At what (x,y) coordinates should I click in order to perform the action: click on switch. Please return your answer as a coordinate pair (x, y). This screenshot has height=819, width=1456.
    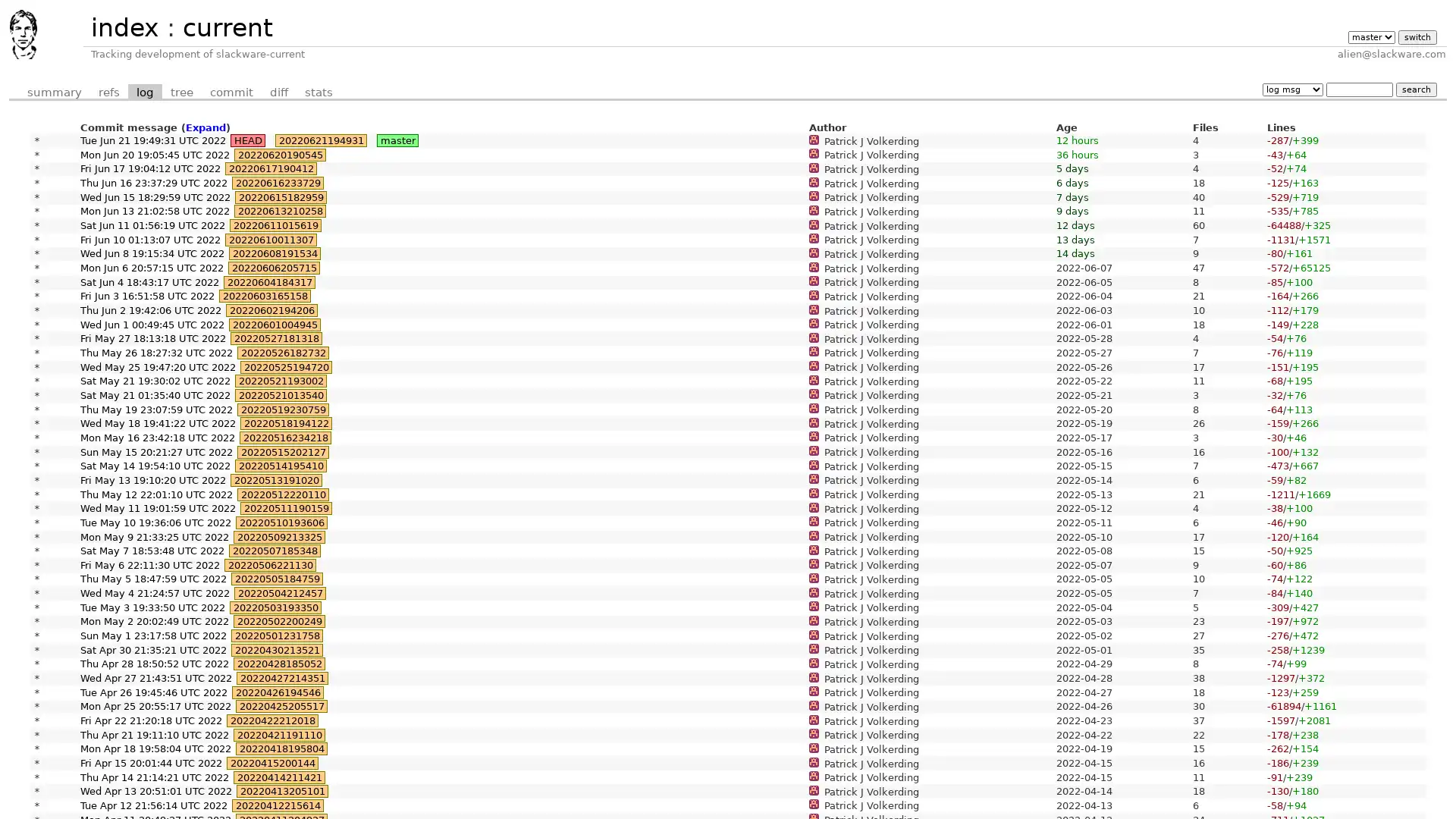
    Looking at the image, I should click on (1416, 36).